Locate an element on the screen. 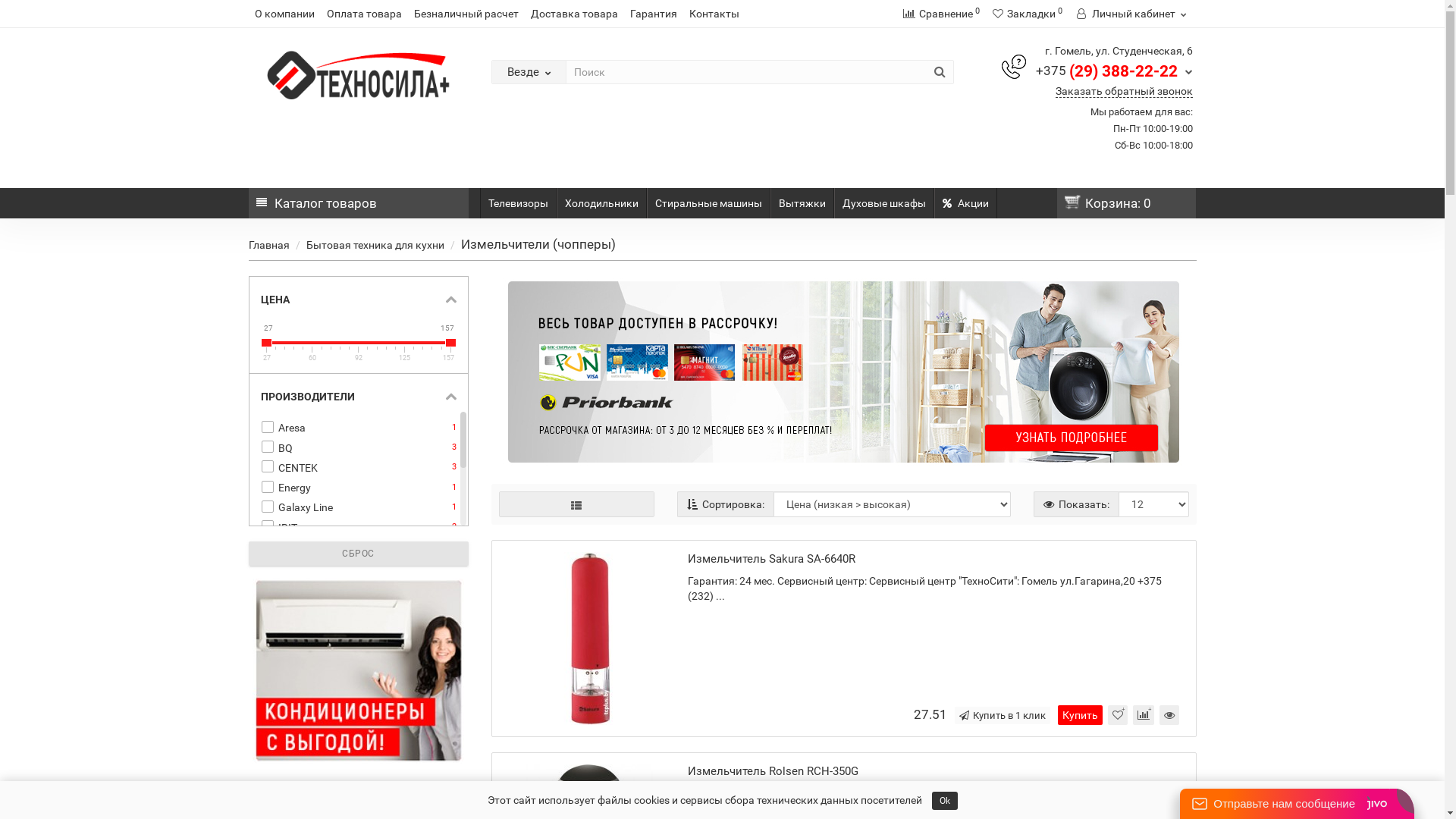  'Ok' is located at coordinates (943, 800).